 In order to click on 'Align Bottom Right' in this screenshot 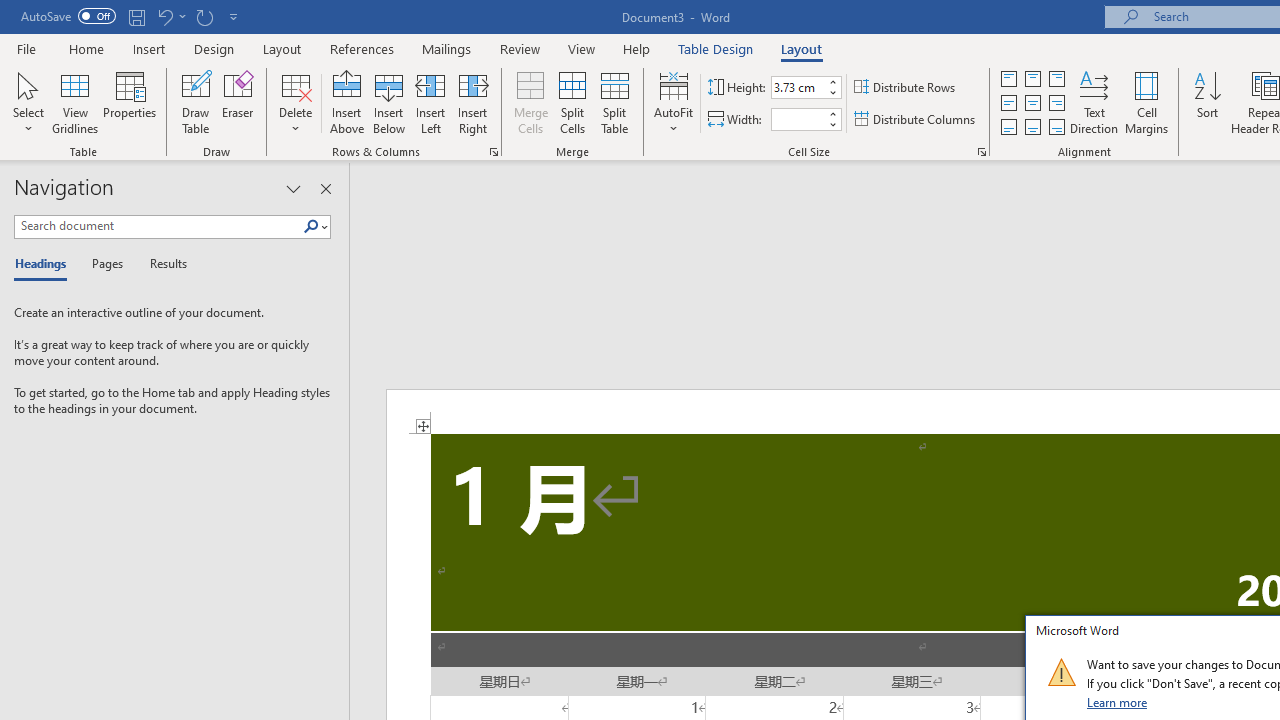, I will do `click(1055, 127)`.